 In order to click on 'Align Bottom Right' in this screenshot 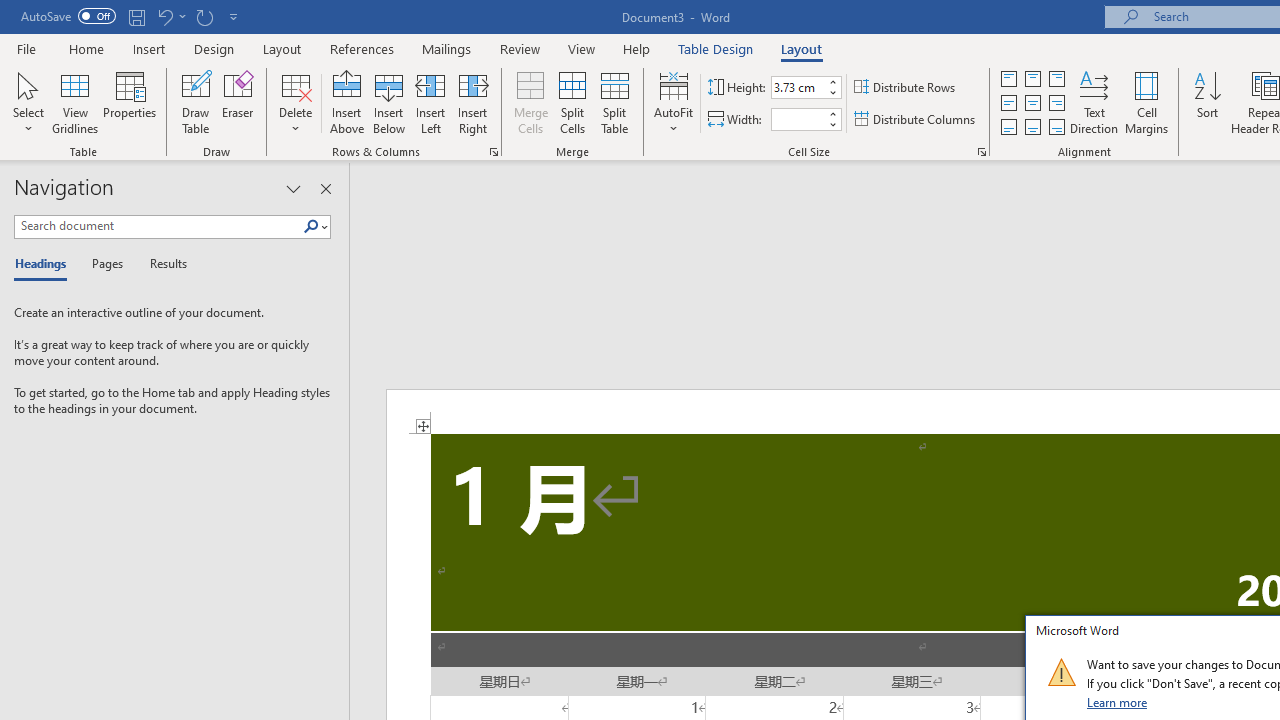, I will do `click(1055, 127)`.